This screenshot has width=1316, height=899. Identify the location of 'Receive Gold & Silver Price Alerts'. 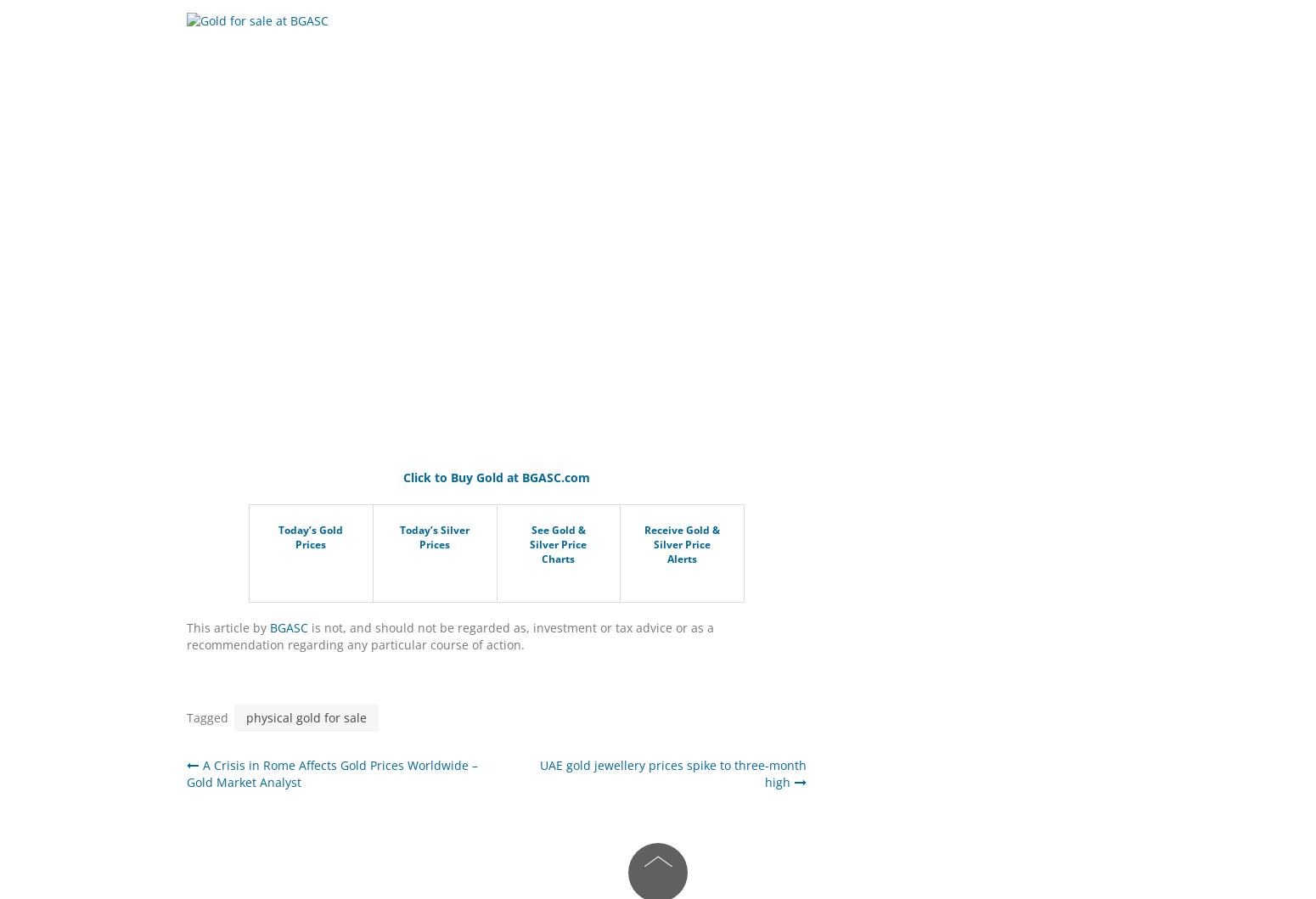
(681, 544).